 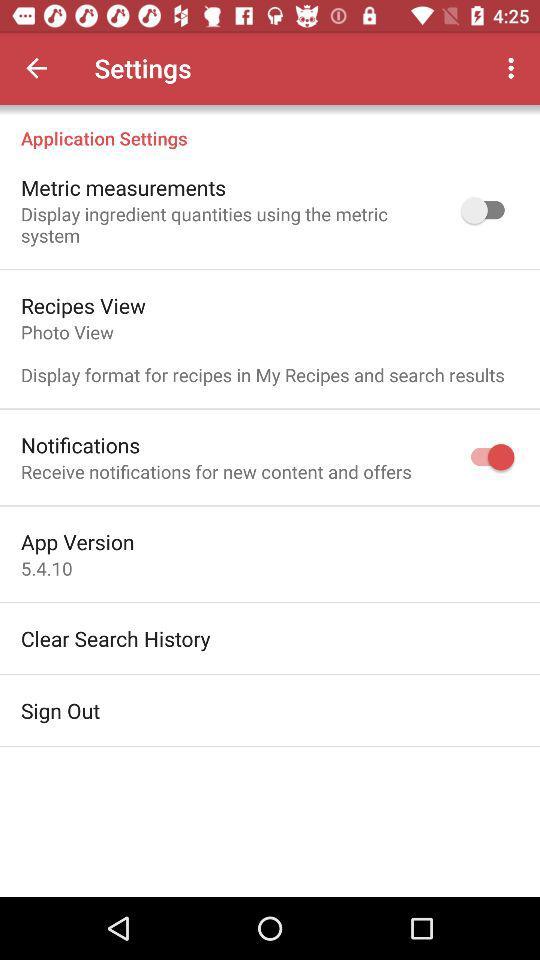 What do you see at coordinates (270, 126) in the screenshot?
I see `application settings item` at bounding box center [270, 126].